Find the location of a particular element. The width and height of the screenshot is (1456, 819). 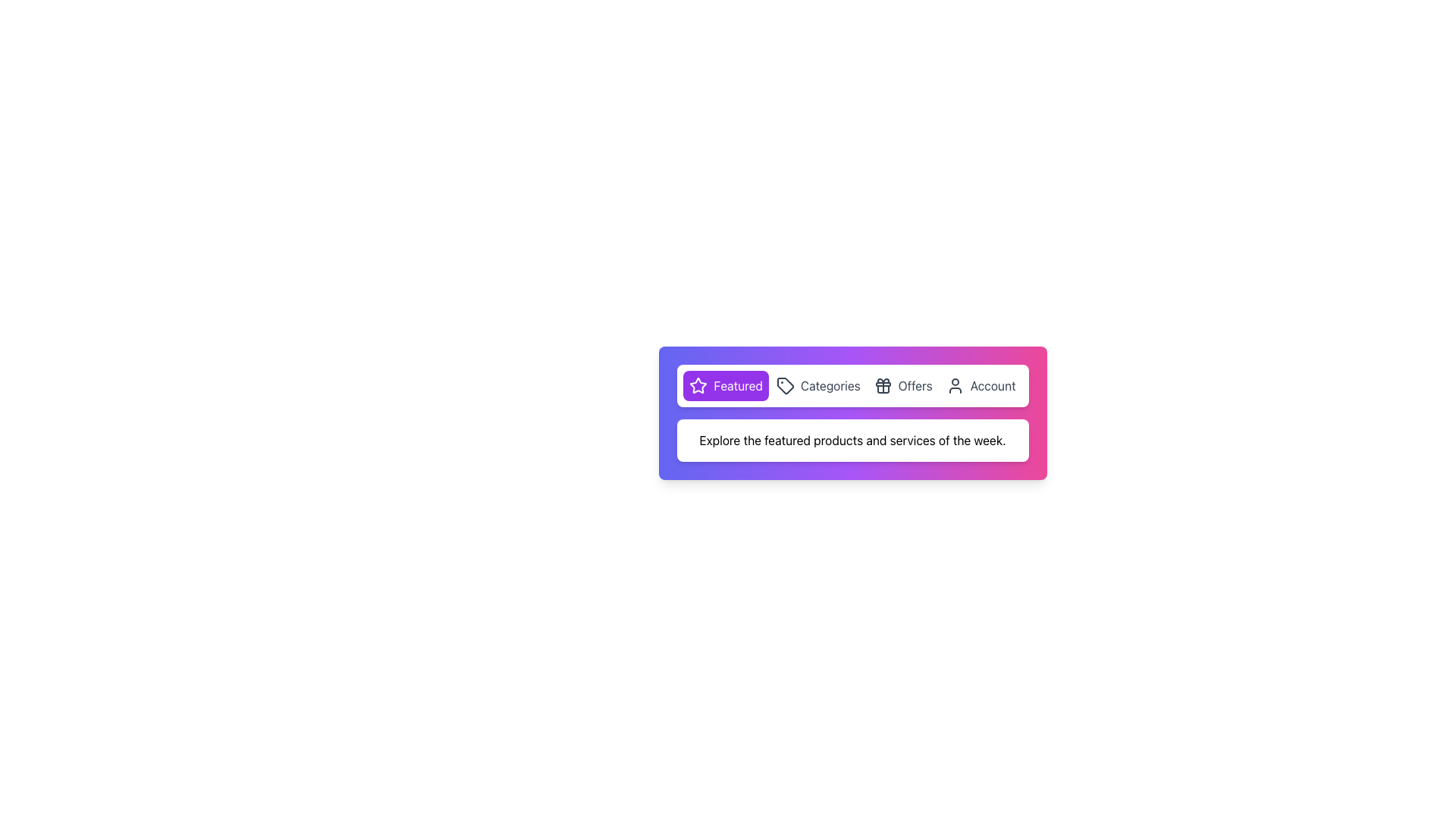

the 'Categories' text label for reordering within the navigation bar is located at coordinates (830, 385).